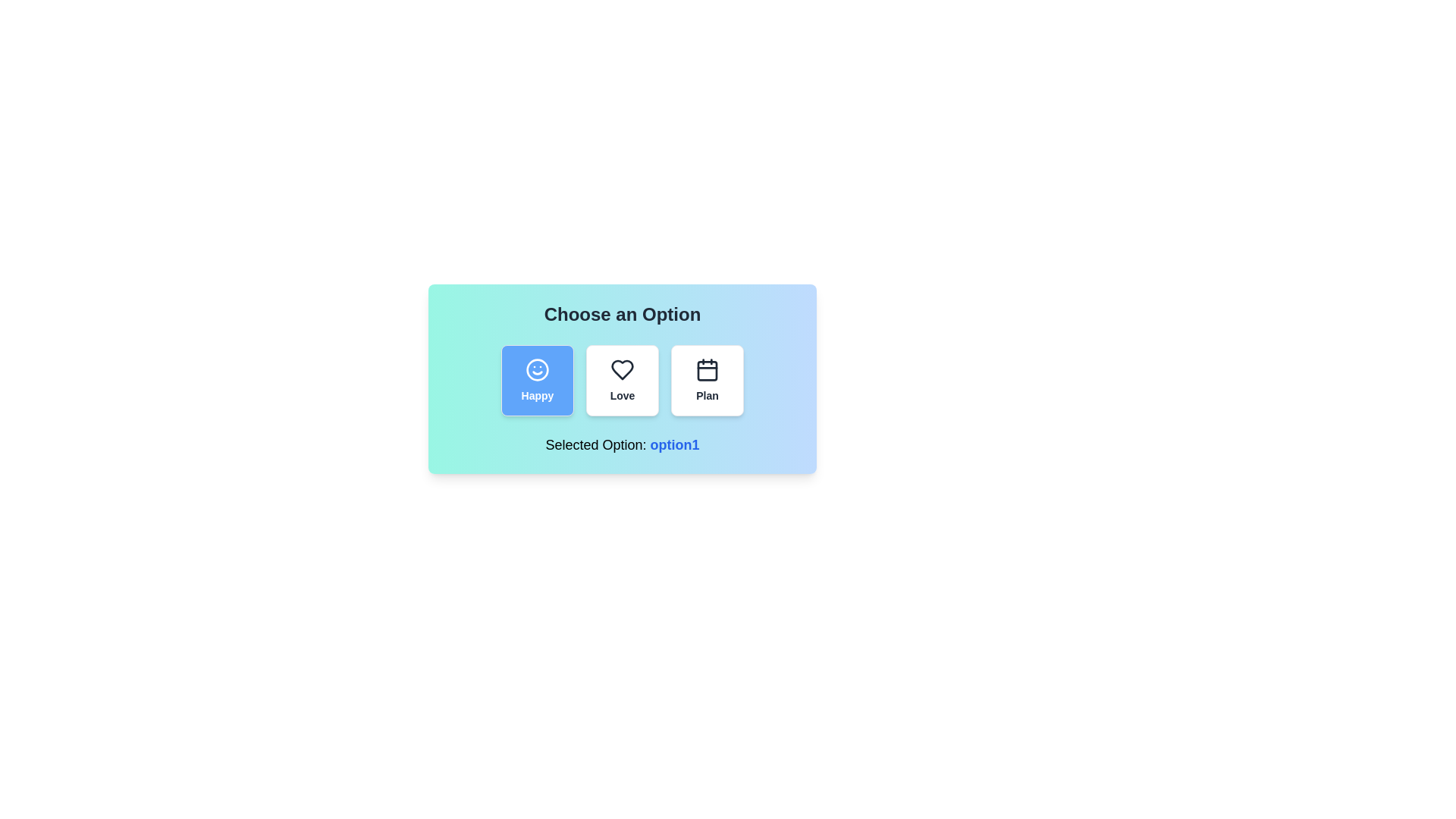  What do you see at coordinates (622, 379) in the screenshot?
I see `the 'Love' Icon Button` at bounding box center [622, 379].